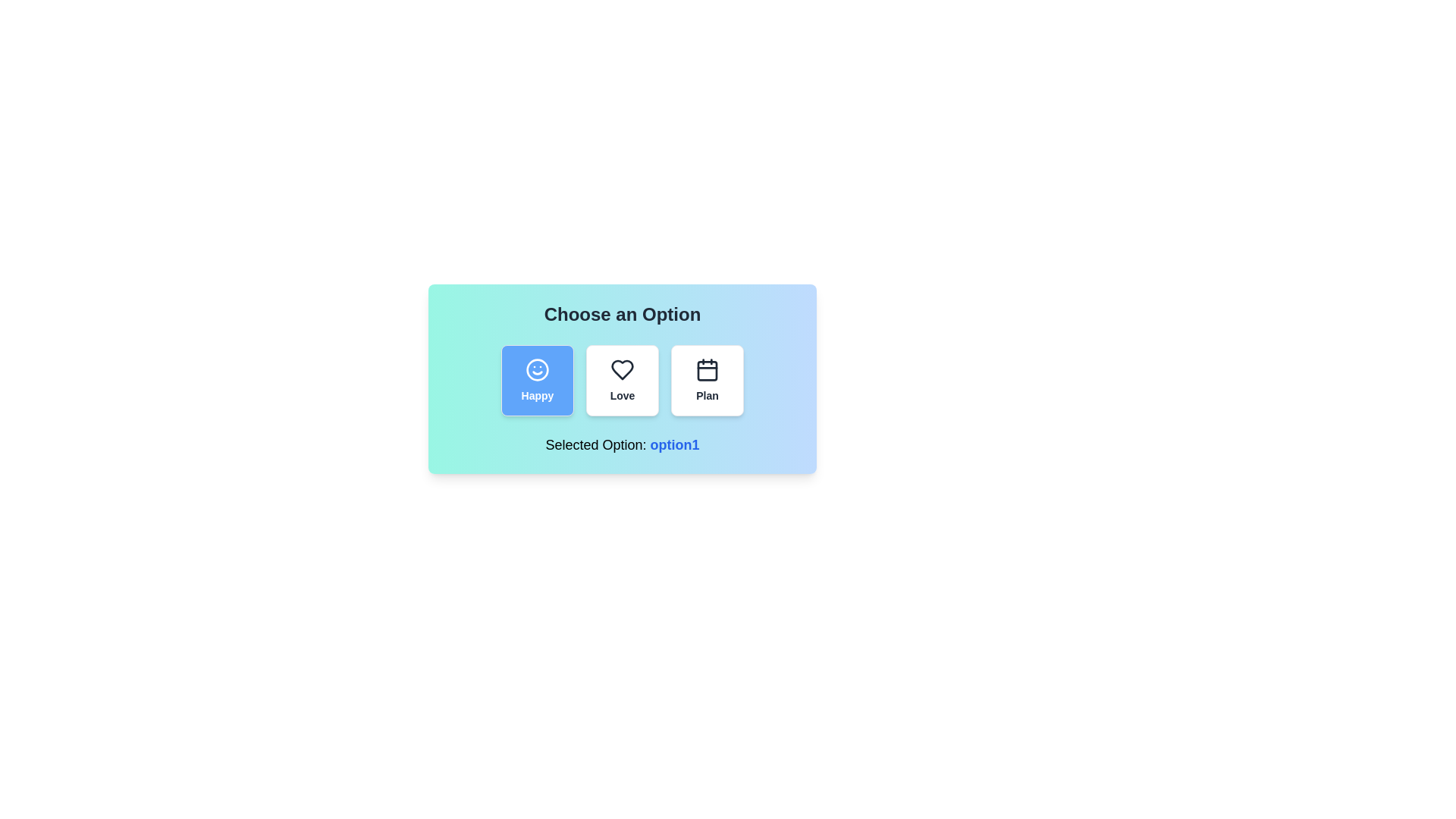  What do you see at coordinates (622, 379) in the screenshot?
I see `the 'Love' Icon Button` at bounding box center [622, 379].